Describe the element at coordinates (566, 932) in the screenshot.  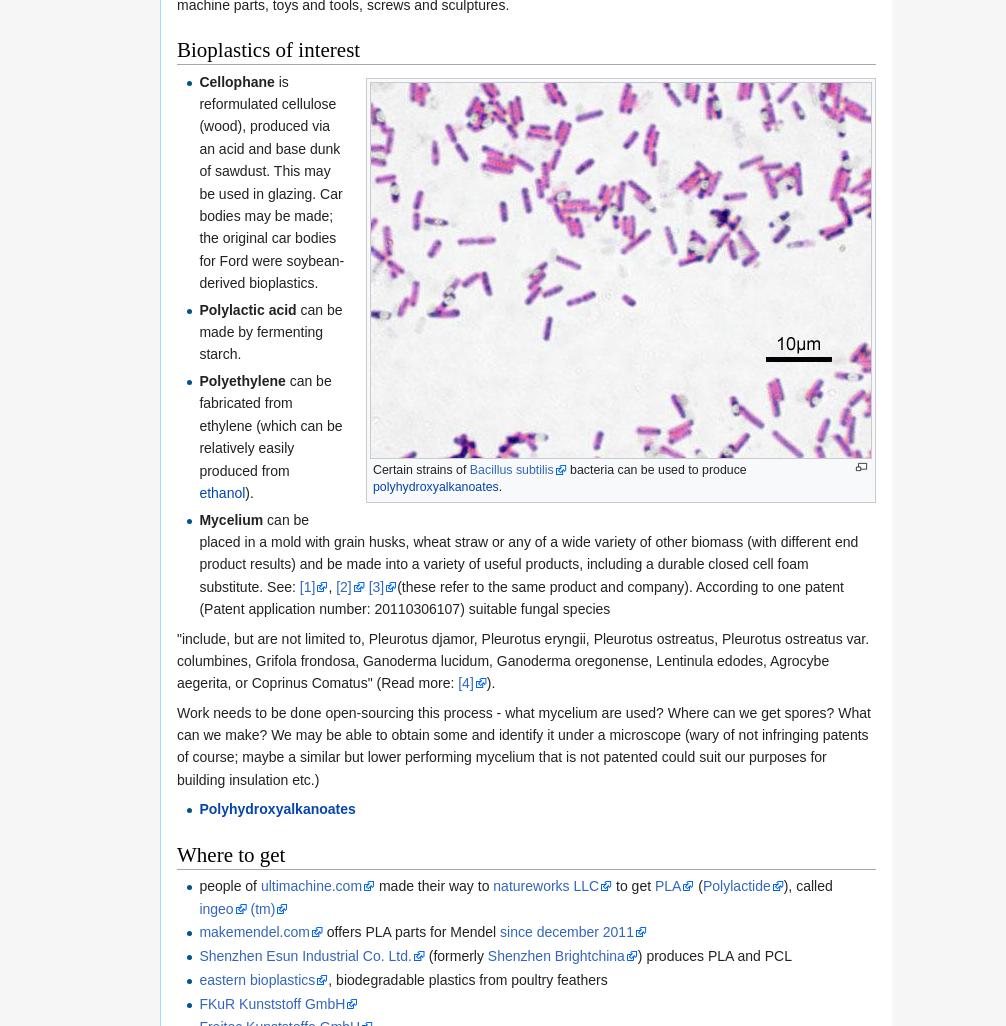
I see `'since december 2011'` at that location.